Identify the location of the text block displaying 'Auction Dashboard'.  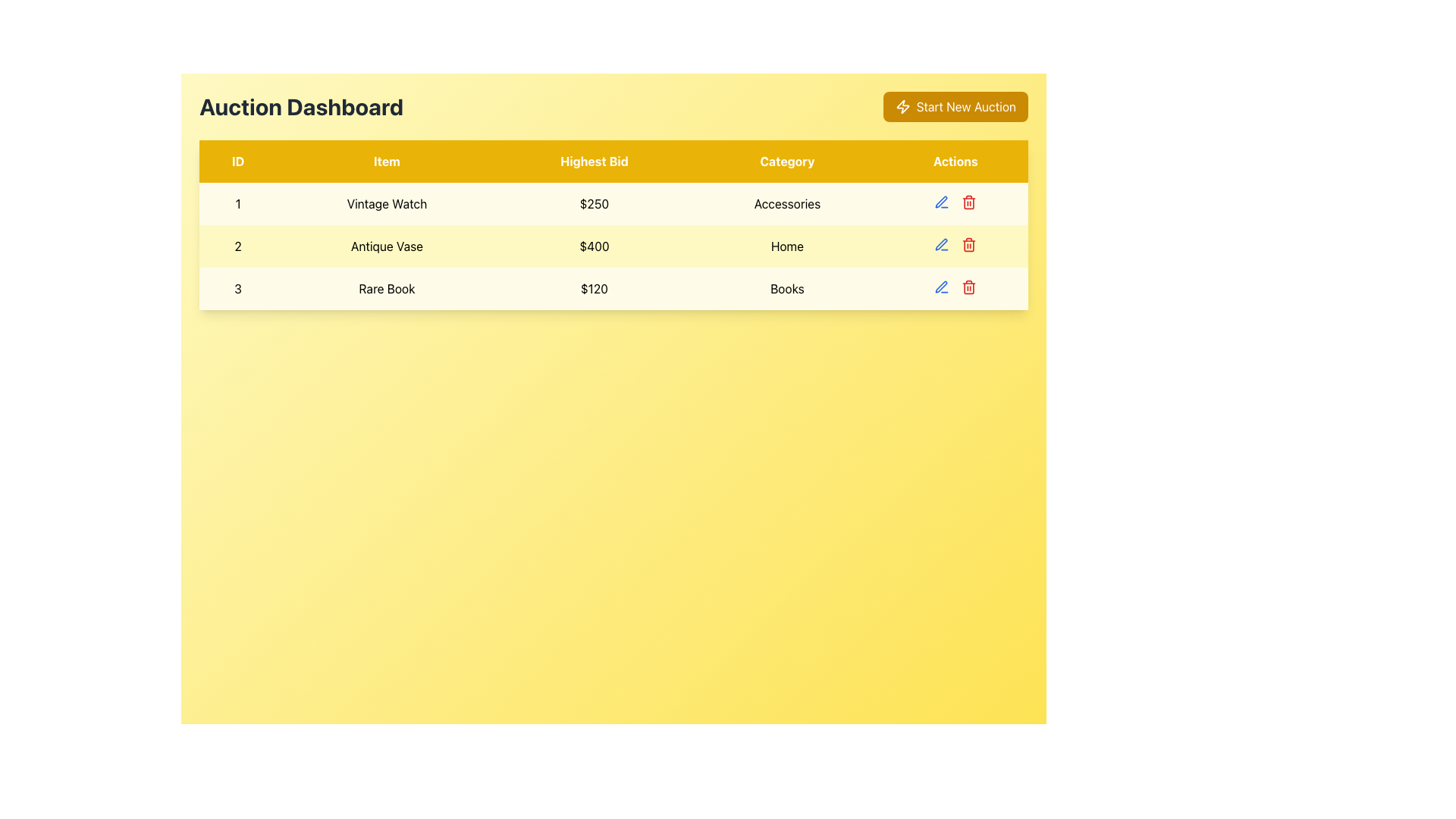
(301, 106).